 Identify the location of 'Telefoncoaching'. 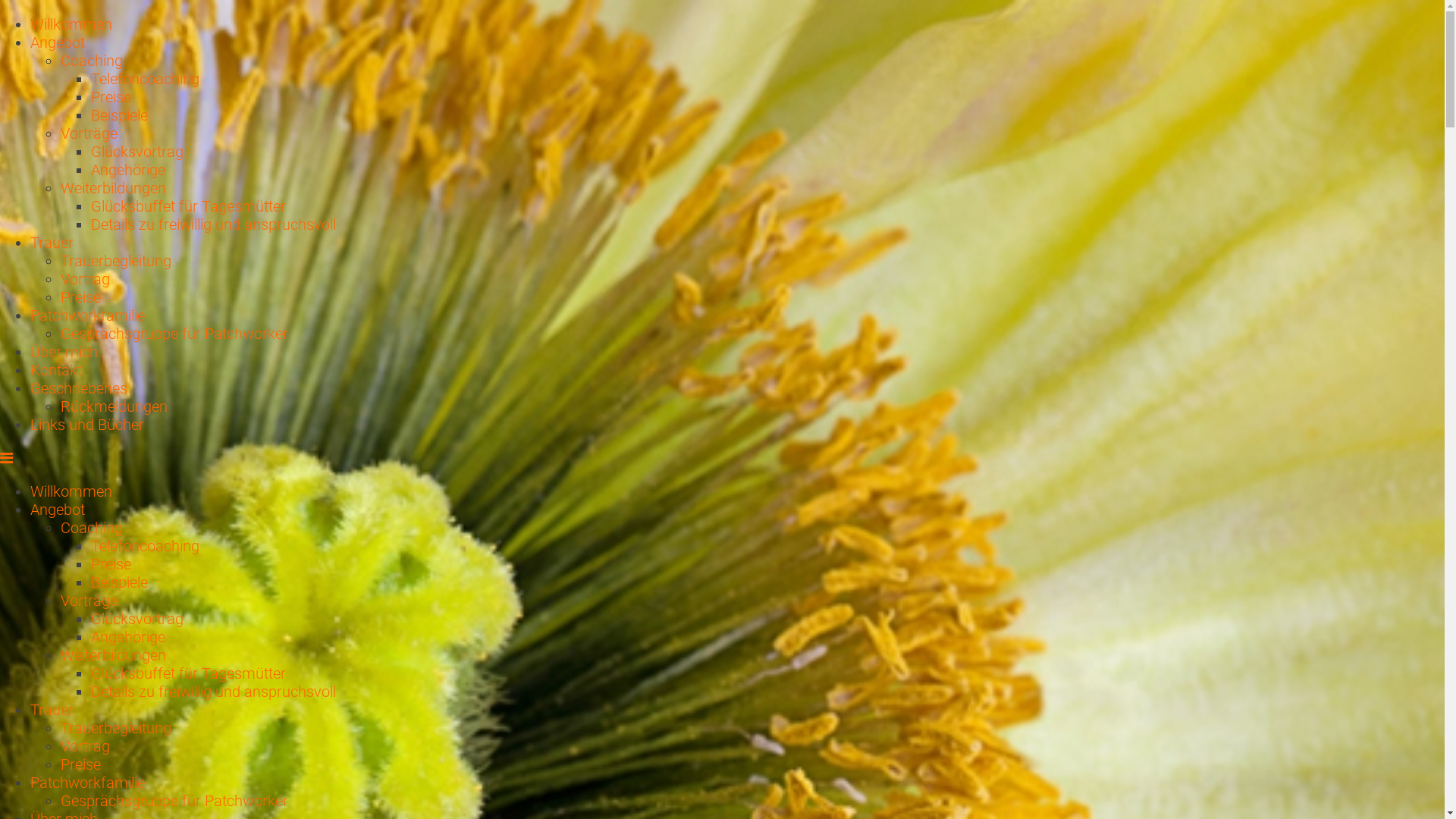
(145, 79).